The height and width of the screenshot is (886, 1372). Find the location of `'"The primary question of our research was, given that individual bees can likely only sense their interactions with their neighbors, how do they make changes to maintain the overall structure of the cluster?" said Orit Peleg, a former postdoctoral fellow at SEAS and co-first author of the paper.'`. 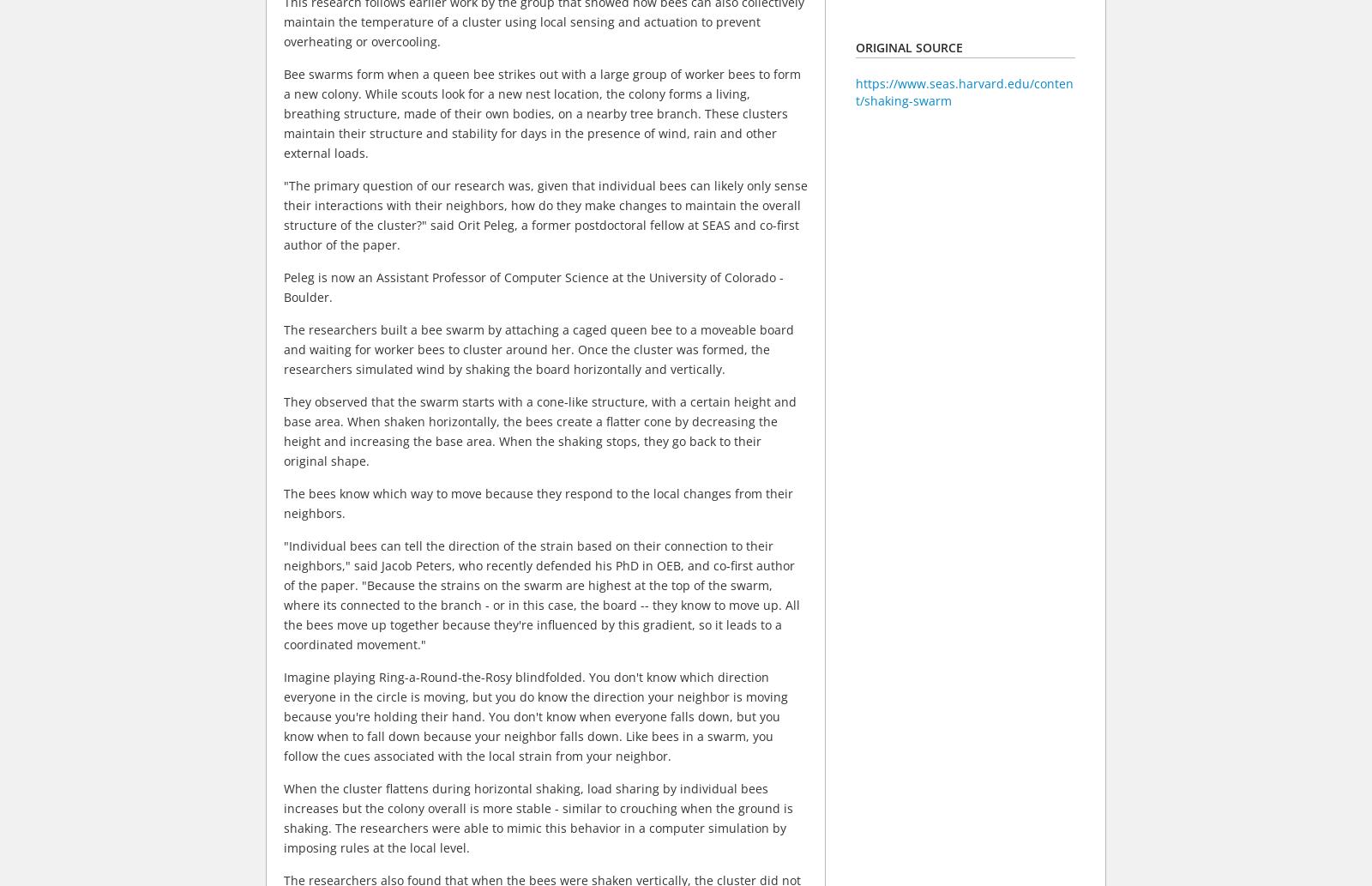

'"The primary question of our research was, given that individual bees can likely only sense their interactions with their neighbors, how do they make changes to maintain the overall structure of the cluster?" said Orit Peleg, a former postdoctoral fellow at SEAS and co-first author of the paper.' is located at coordinates (545, 214).